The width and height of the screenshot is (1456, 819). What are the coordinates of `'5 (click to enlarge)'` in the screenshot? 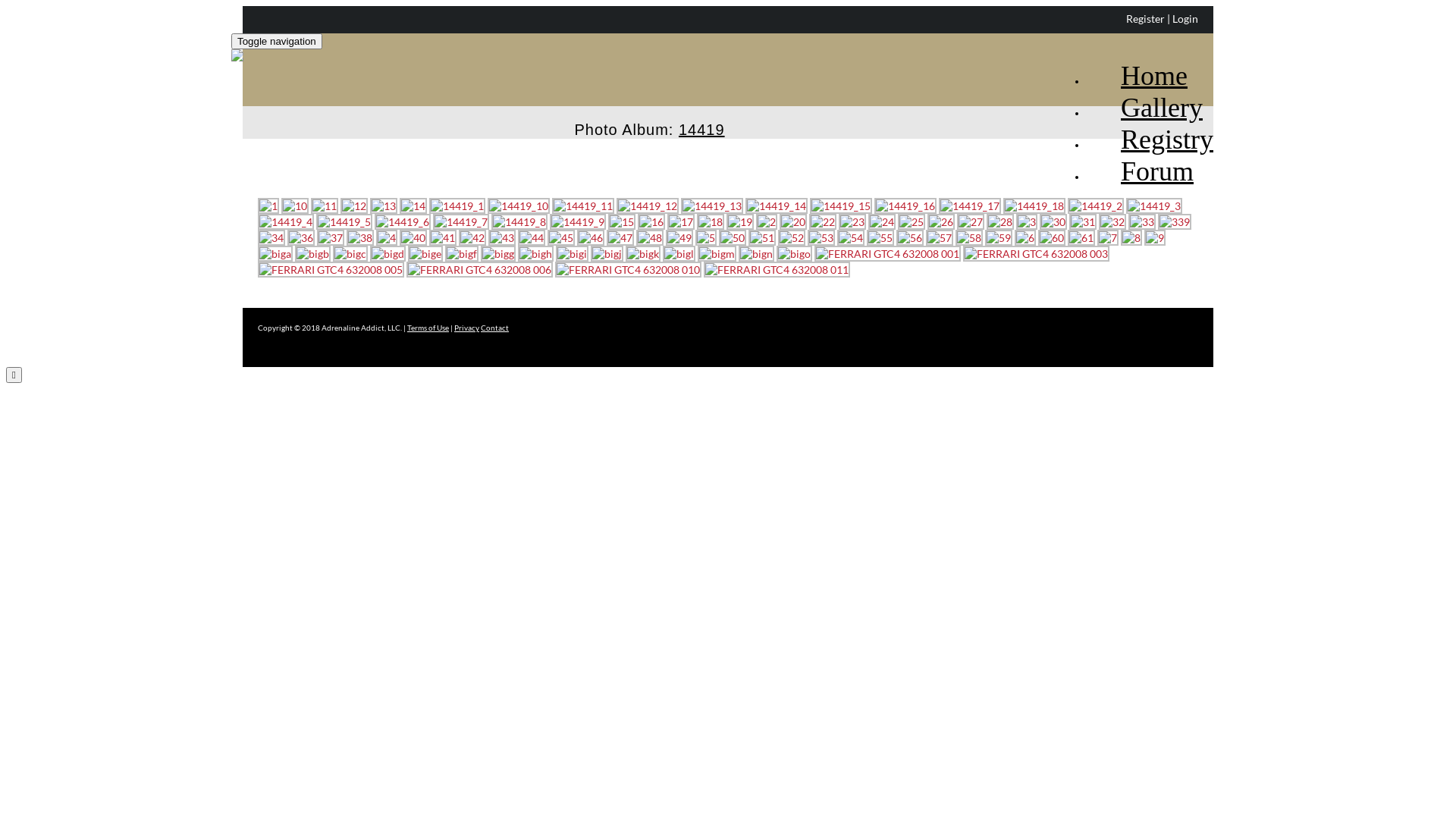 It's located at (694, 237).